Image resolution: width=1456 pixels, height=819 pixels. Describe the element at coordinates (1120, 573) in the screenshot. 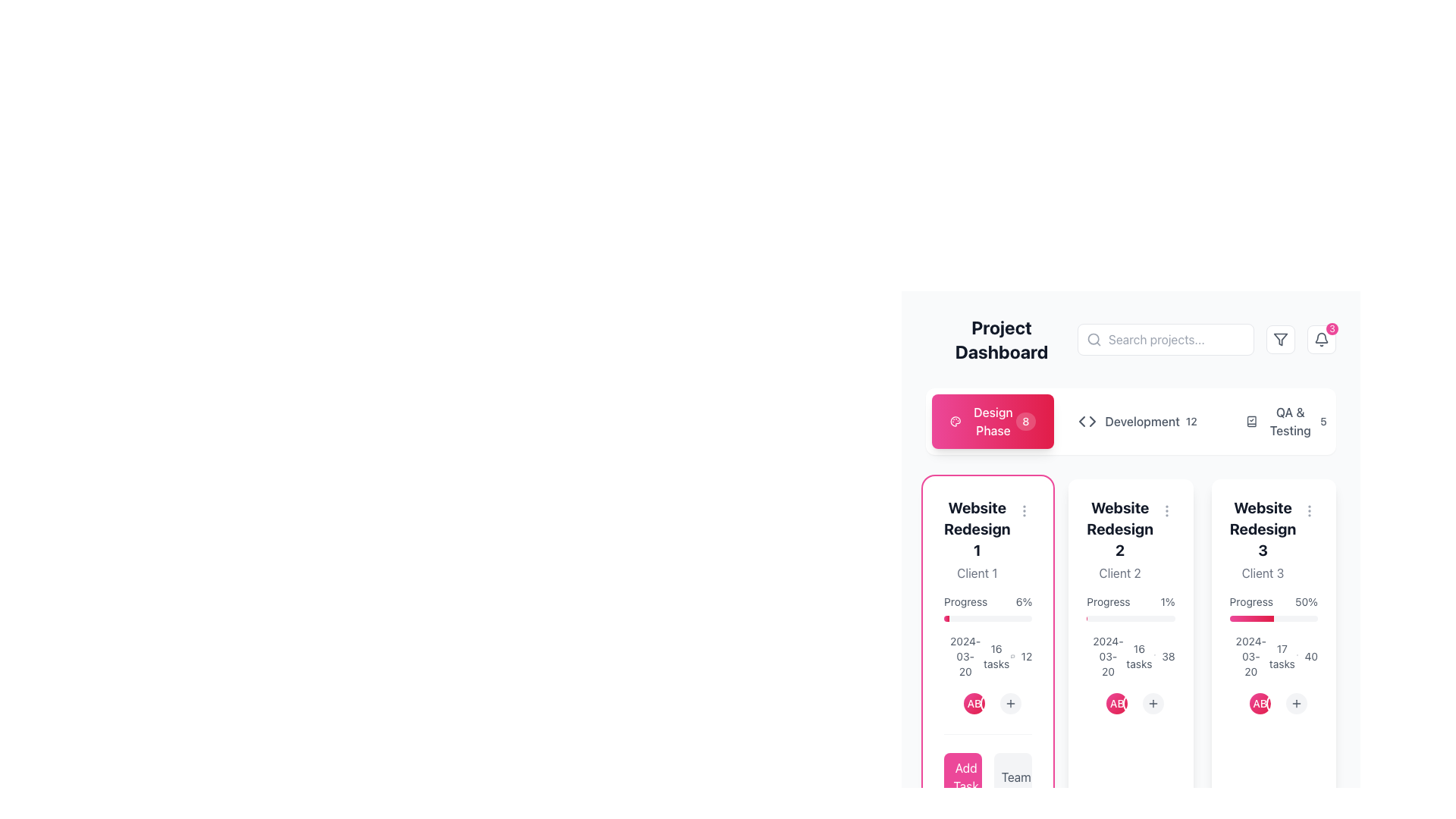

I see `the static text label that reads 'Client 2', which is styled in gray and located under the heading 'Website Redesign 2' within the second project card` at that location.